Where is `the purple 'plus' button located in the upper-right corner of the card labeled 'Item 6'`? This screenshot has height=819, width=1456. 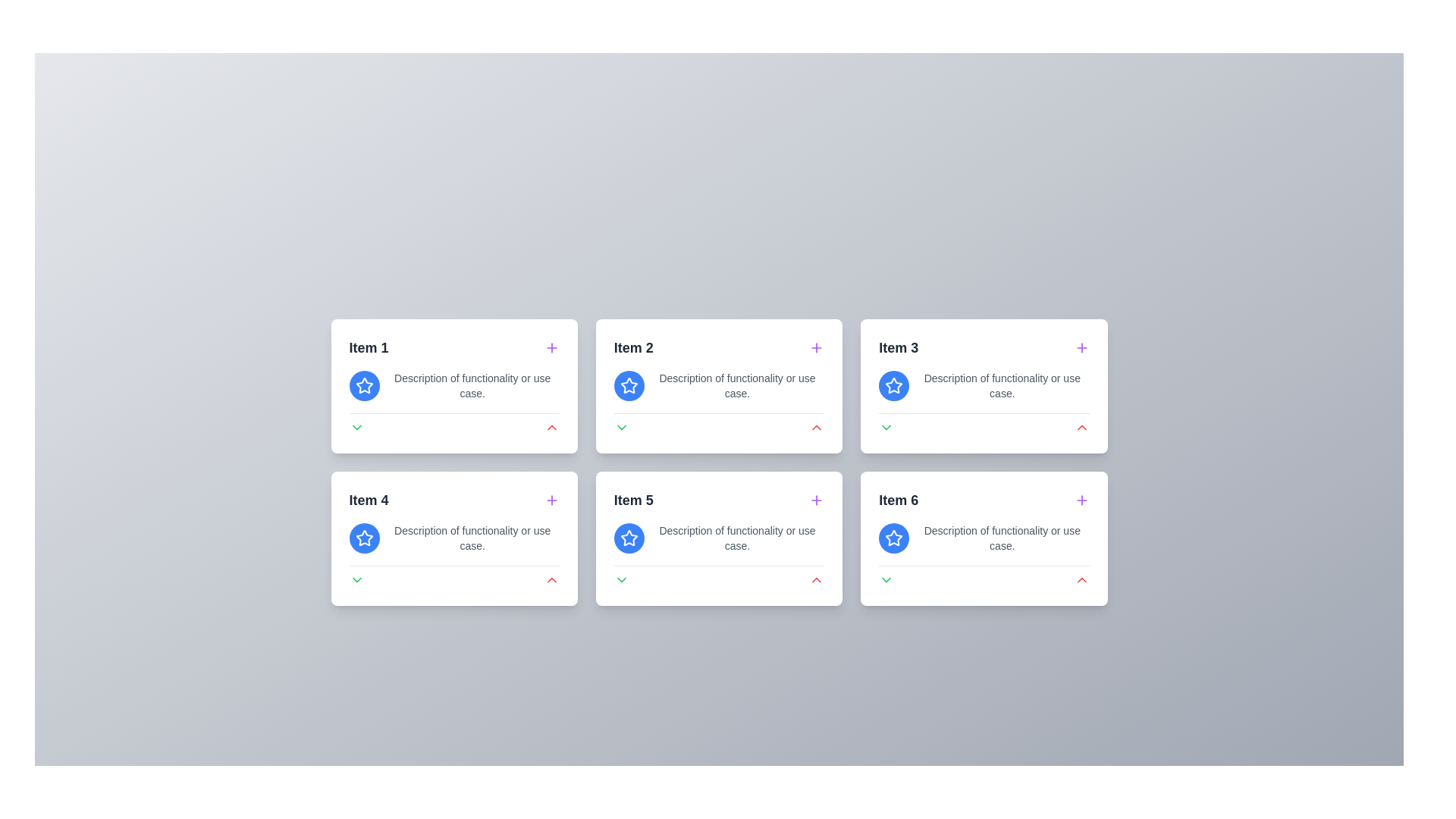 the purple 'plus' button located in the upper-right corner of the card labeled 'Item 6' is located at coordinates (1081, 500).